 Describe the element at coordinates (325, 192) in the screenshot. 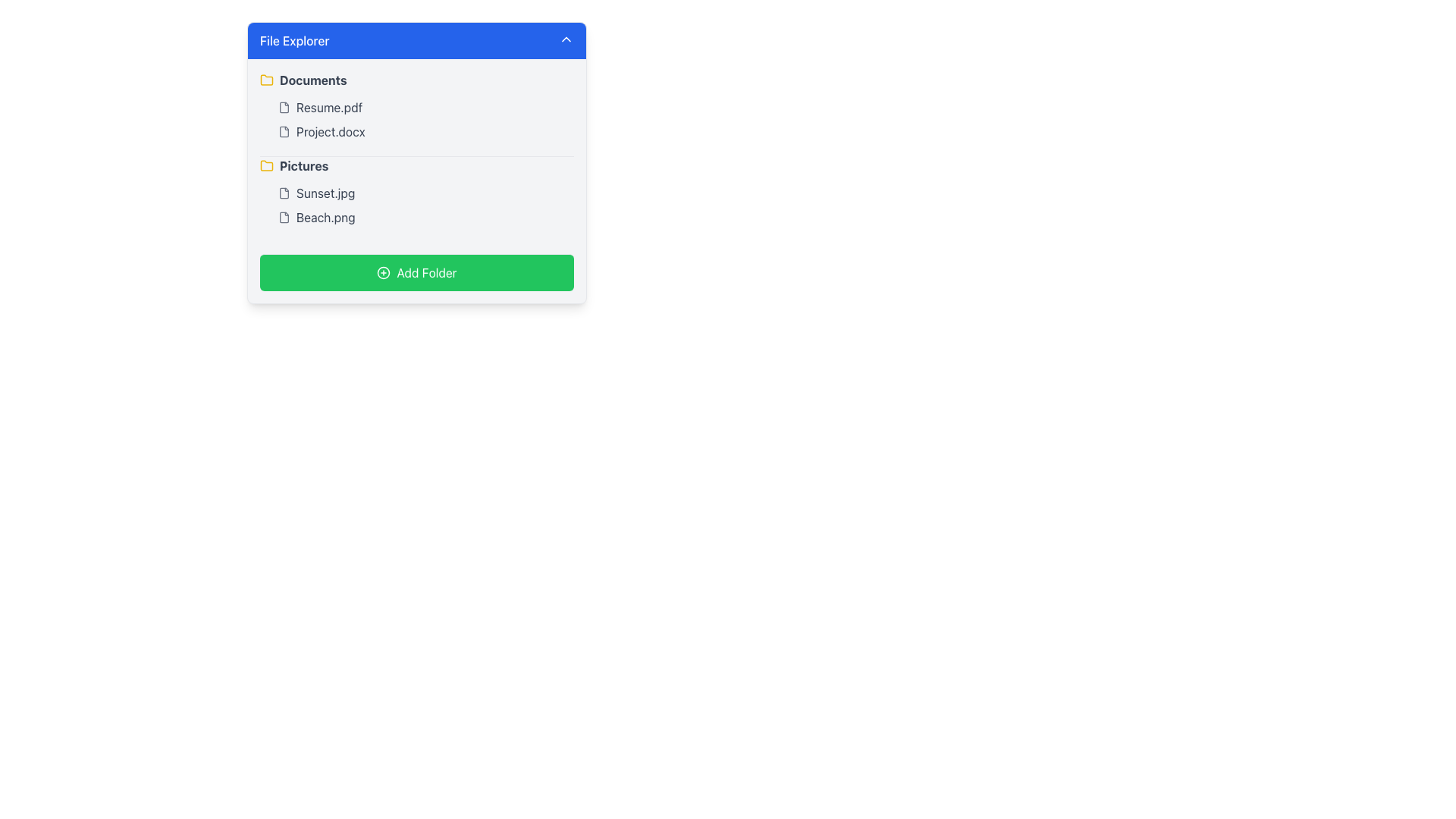

I see `the text label displaying 'Sunset.jpg' located in the Pictures folder of the file explorer interface` at that location.